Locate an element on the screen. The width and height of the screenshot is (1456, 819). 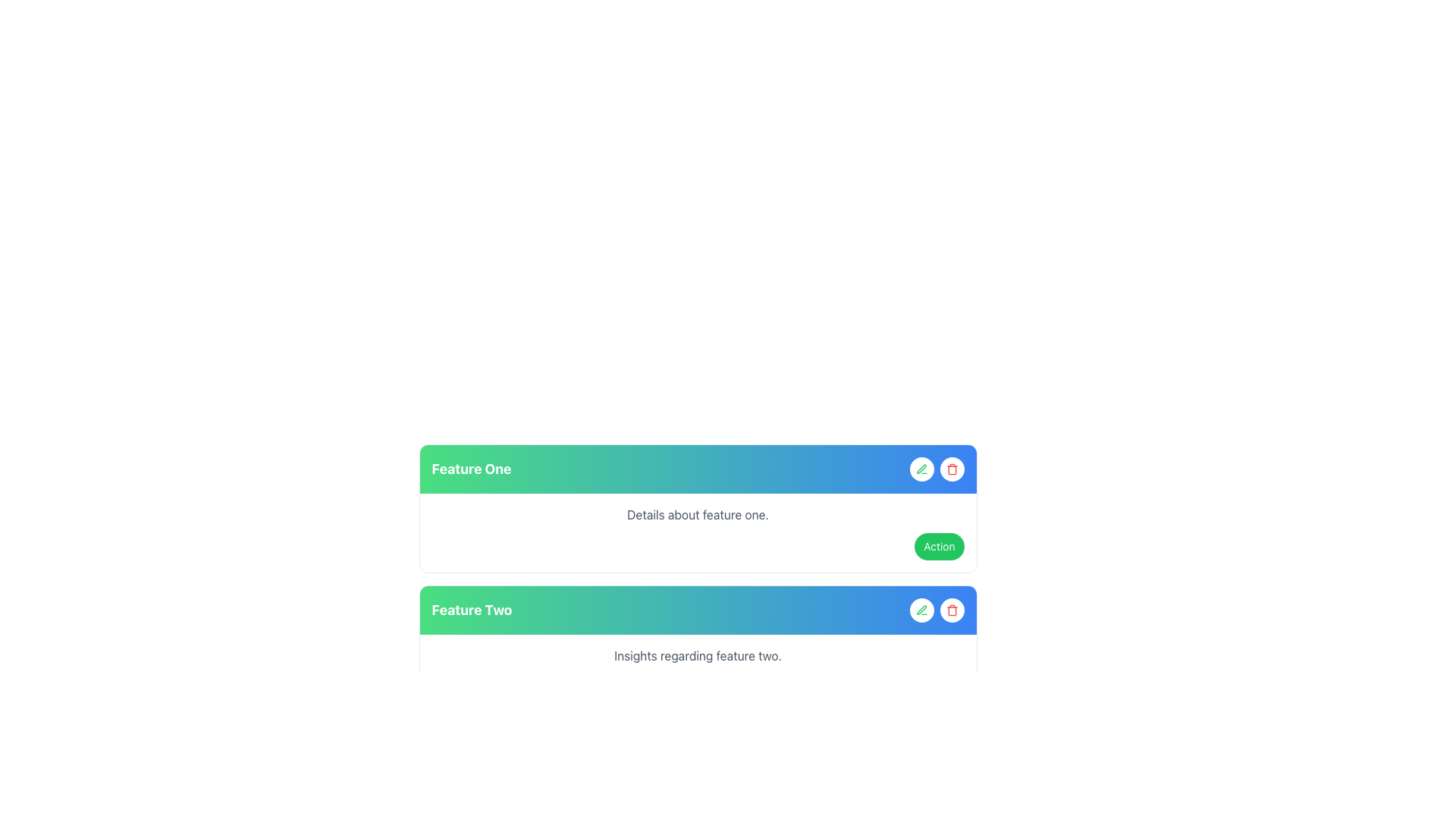
the editing icon located on the right side of the 'Feature Two' panel is located at coordinates (921, 468).